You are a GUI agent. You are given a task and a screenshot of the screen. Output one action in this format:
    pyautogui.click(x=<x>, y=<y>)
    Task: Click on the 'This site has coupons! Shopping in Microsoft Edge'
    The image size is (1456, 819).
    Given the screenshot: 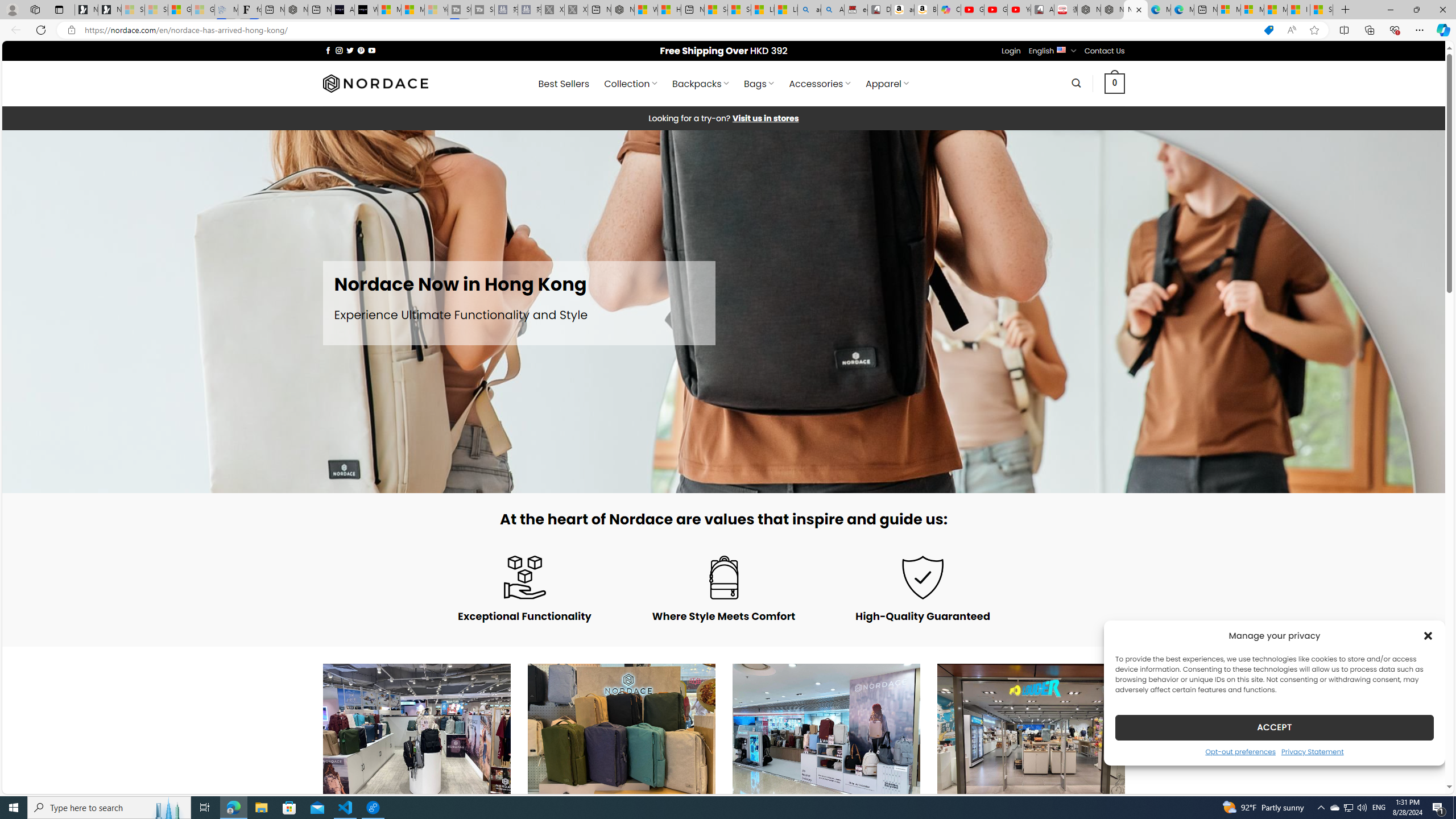 What is the action you would take?
    pyautogui.click(x=1268, y=30)
    